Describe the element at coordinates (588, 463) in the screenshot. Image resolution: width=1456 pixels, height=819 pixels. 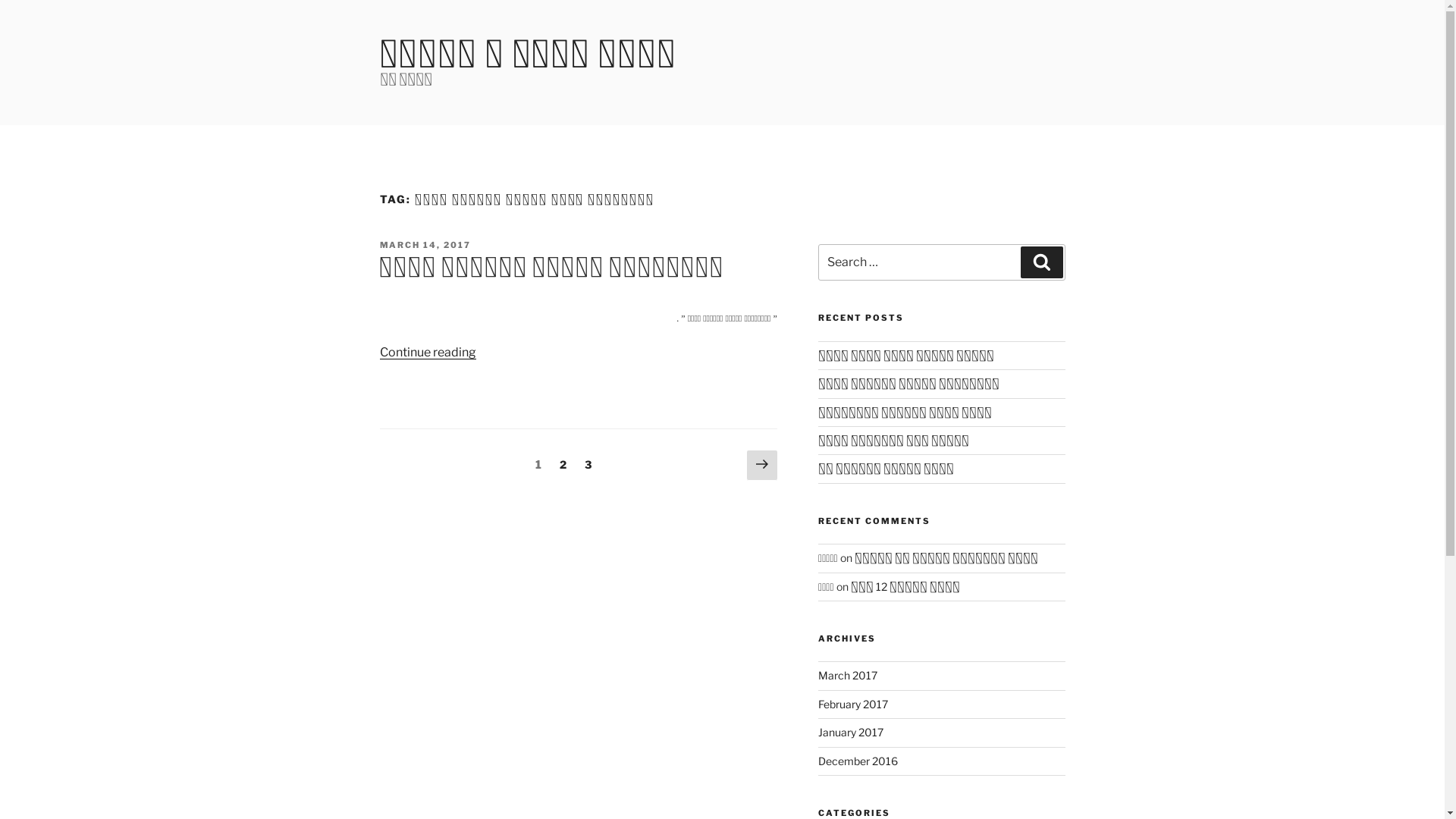
I see `'Page` at that location.